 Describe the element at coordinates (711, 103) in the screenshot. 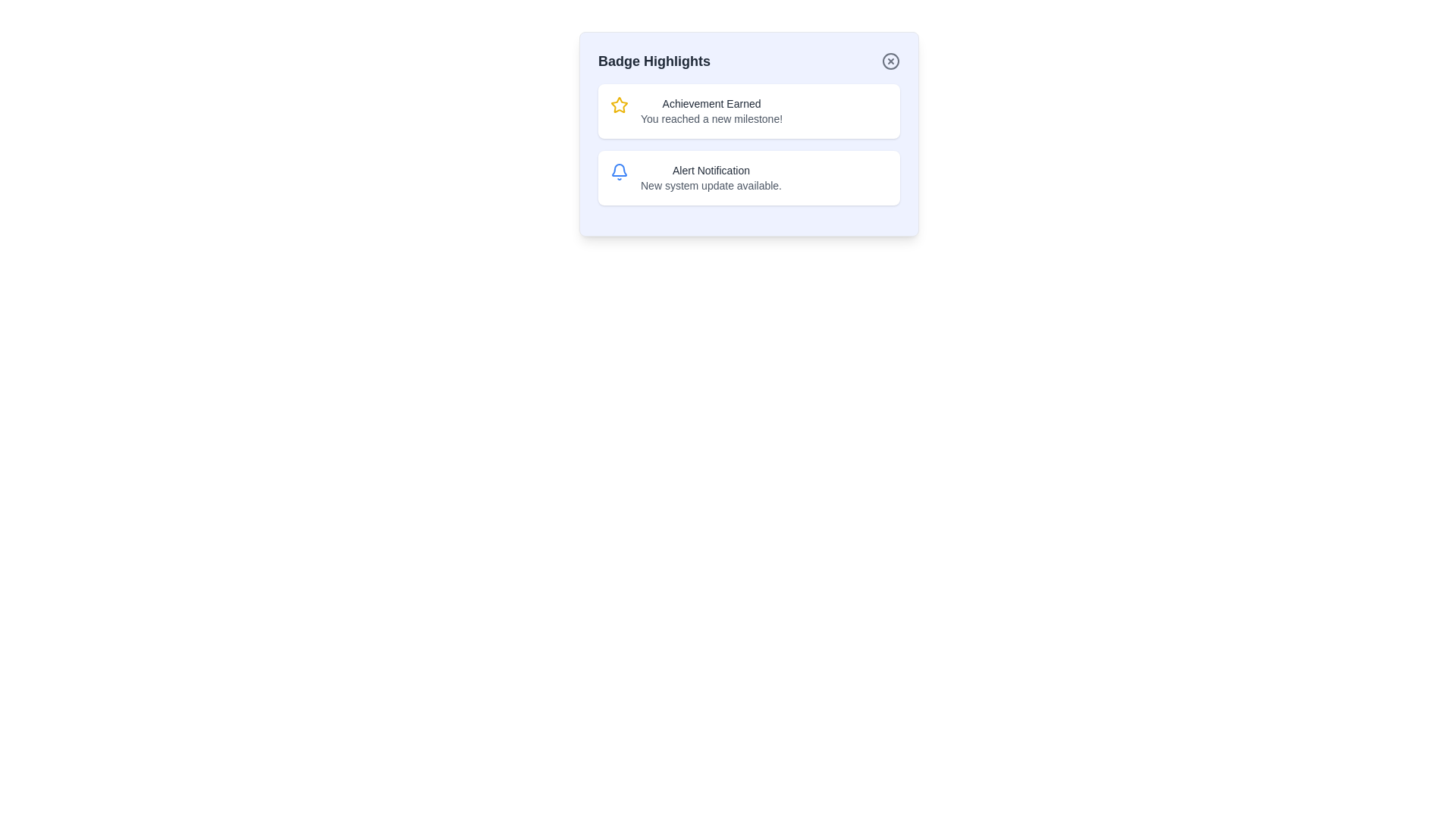

I see `the 'Achievement Earned' text label, which is styled with a gray font color and is located in the upper section of the 'Badge Highlights' panel` at that location.